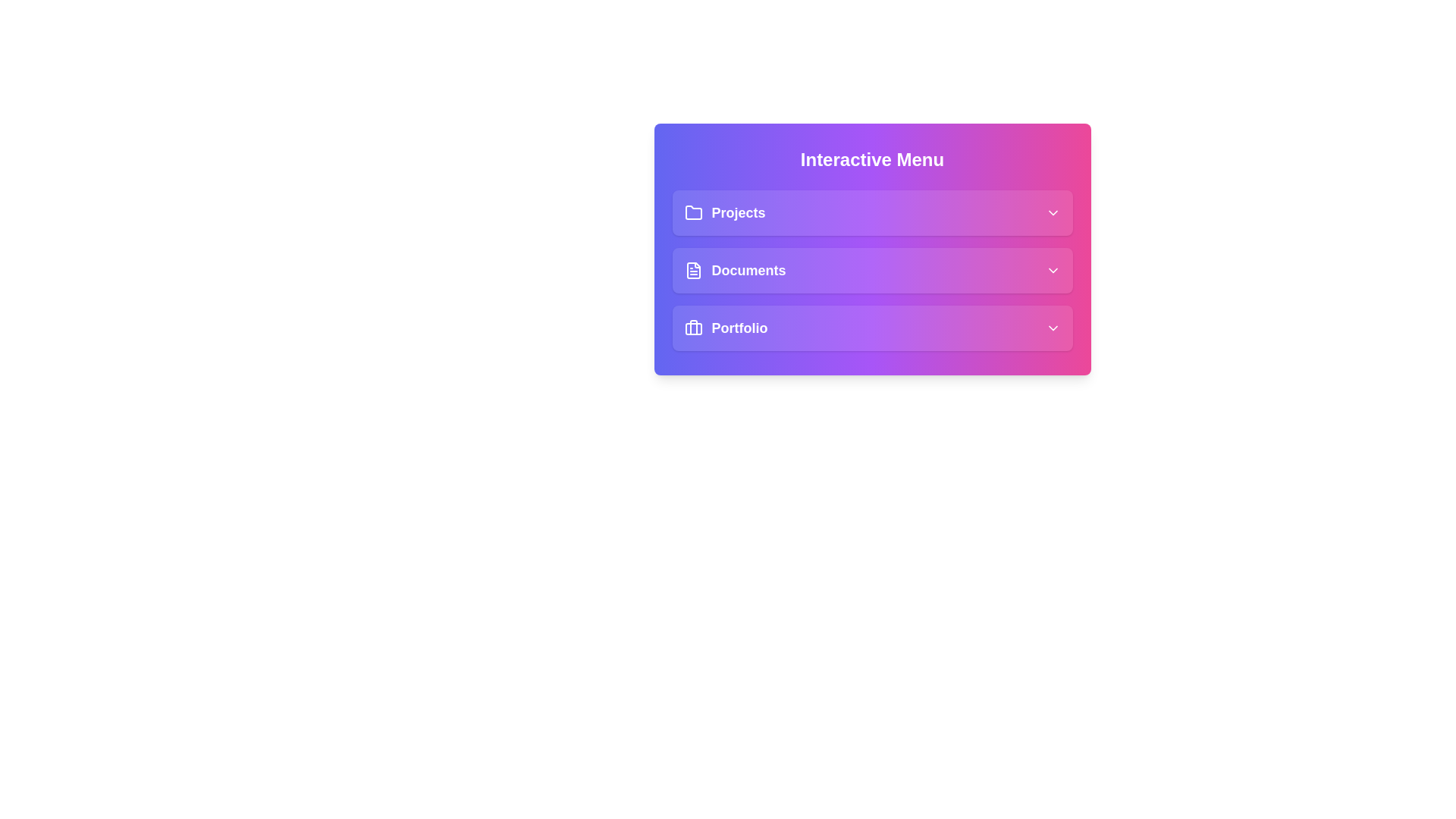 Image resolution: width=1456 pixels, height=819 pixels. I want to click on the 'Portfolio' label, which is the last item in a list of menu options styled with a bold sans-serif font and located below 'Projects' and 'Documents.', so click(739, 327).